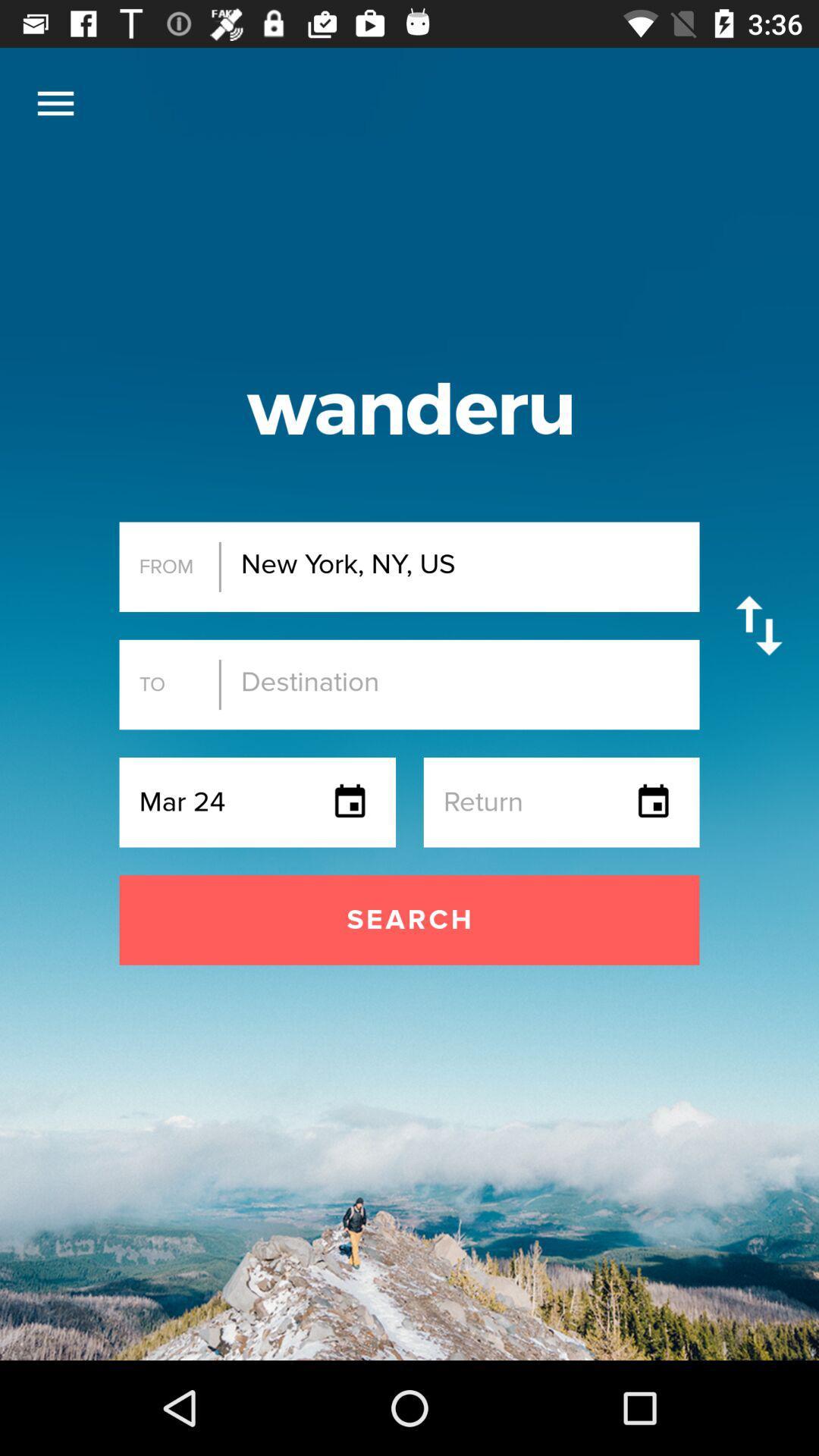 The height and width of the screenshot is (1456, 819). What do you see at coordinates (55, 102) in the screenshot?
I see `see menu` at bounding box center [55, 102].